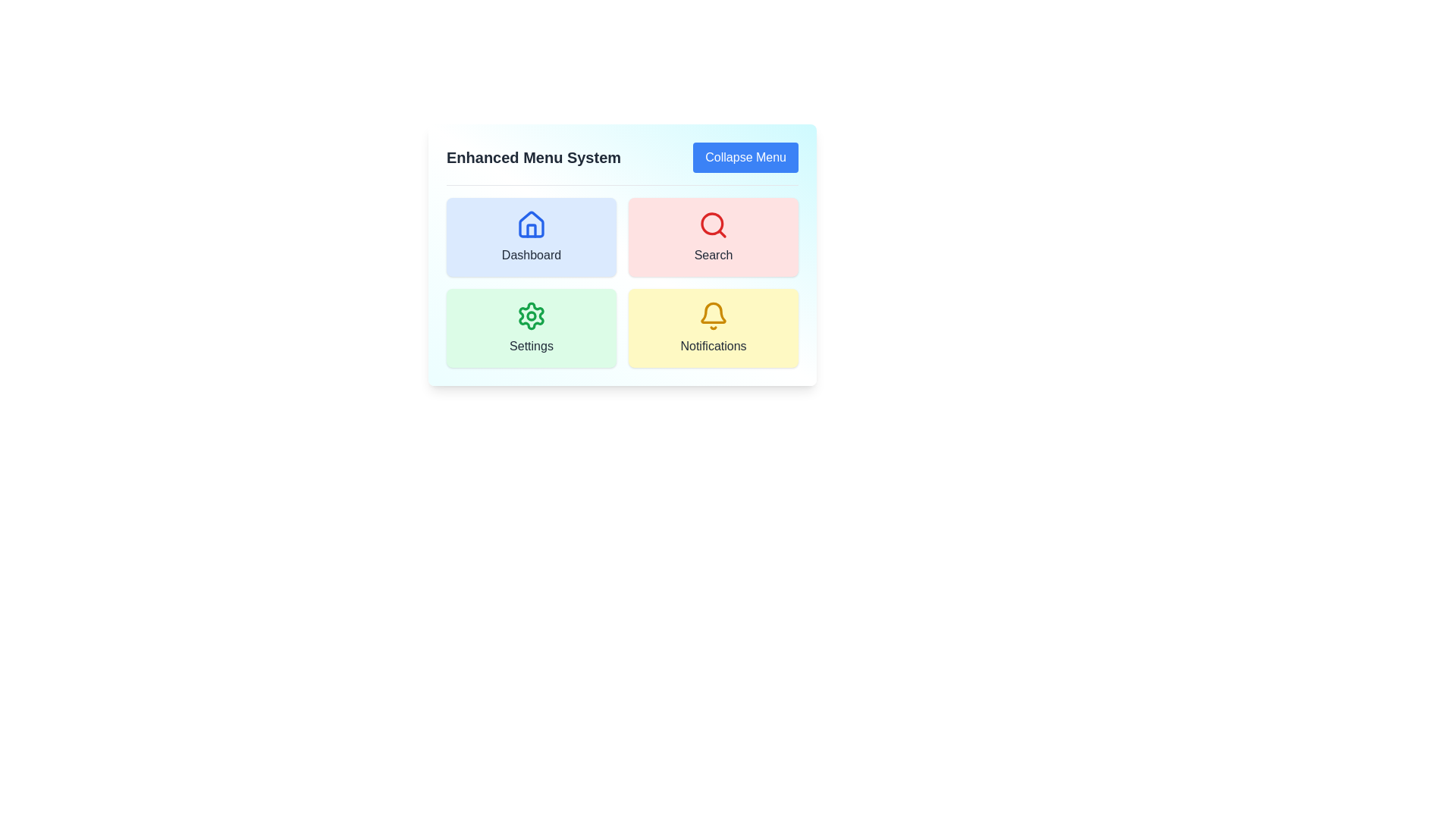  Describe the element at coordinates (531, 315) in the screenshot. I see `the small circular shape inside the 'Settings' gear icon located in the bottom-left quadrant of a 2x2 grid within a green background area` at that location.